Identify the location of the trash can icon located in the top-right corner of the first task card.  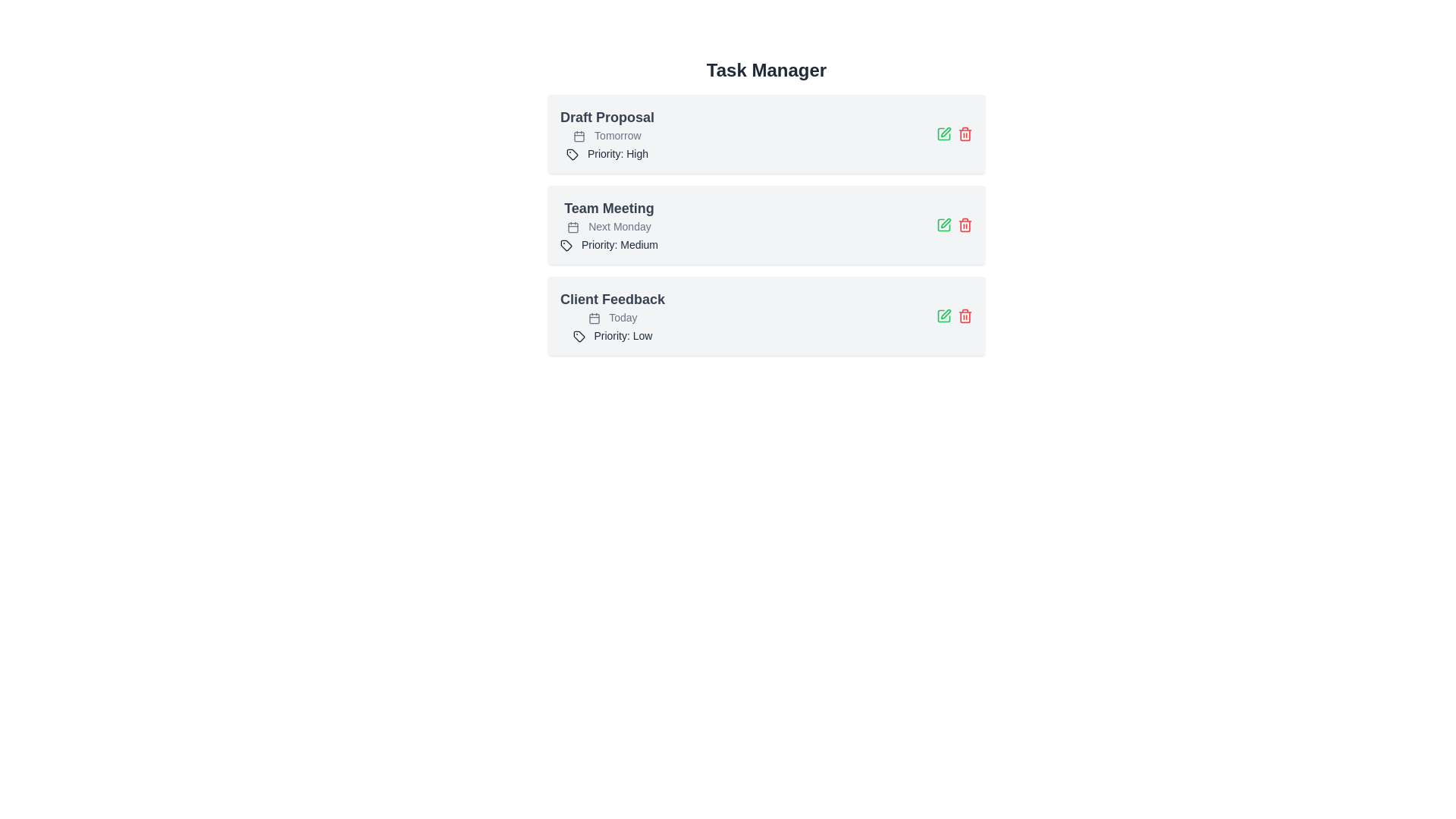
(964, 133).